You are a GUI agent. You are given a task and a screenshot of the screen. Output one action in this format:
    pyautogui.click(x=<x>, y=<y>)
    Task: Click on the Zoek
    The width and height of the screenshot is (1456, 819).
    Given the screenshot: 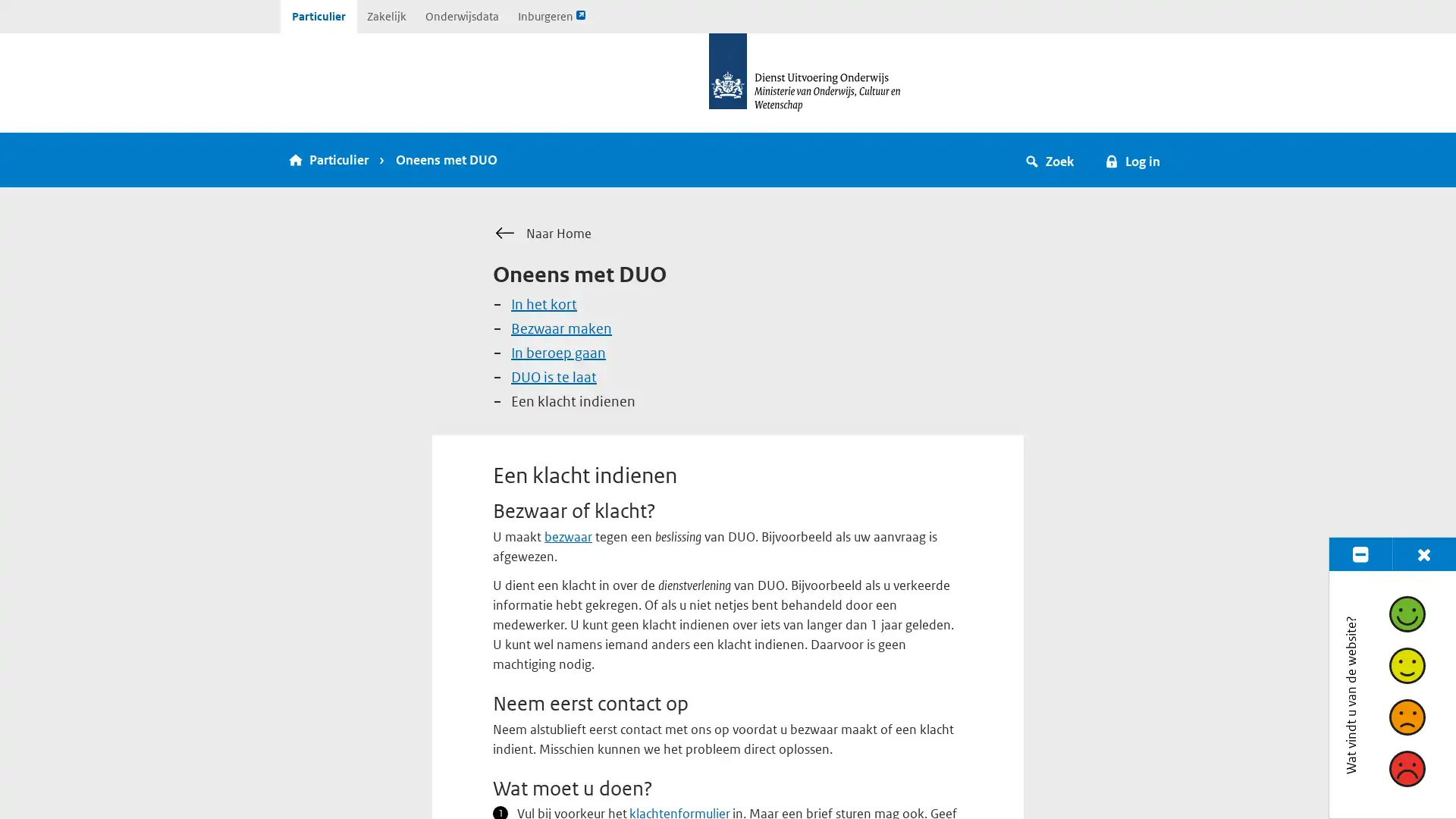 What is the action you would take?
    pyautogui.click(x=1050, y=160)
    